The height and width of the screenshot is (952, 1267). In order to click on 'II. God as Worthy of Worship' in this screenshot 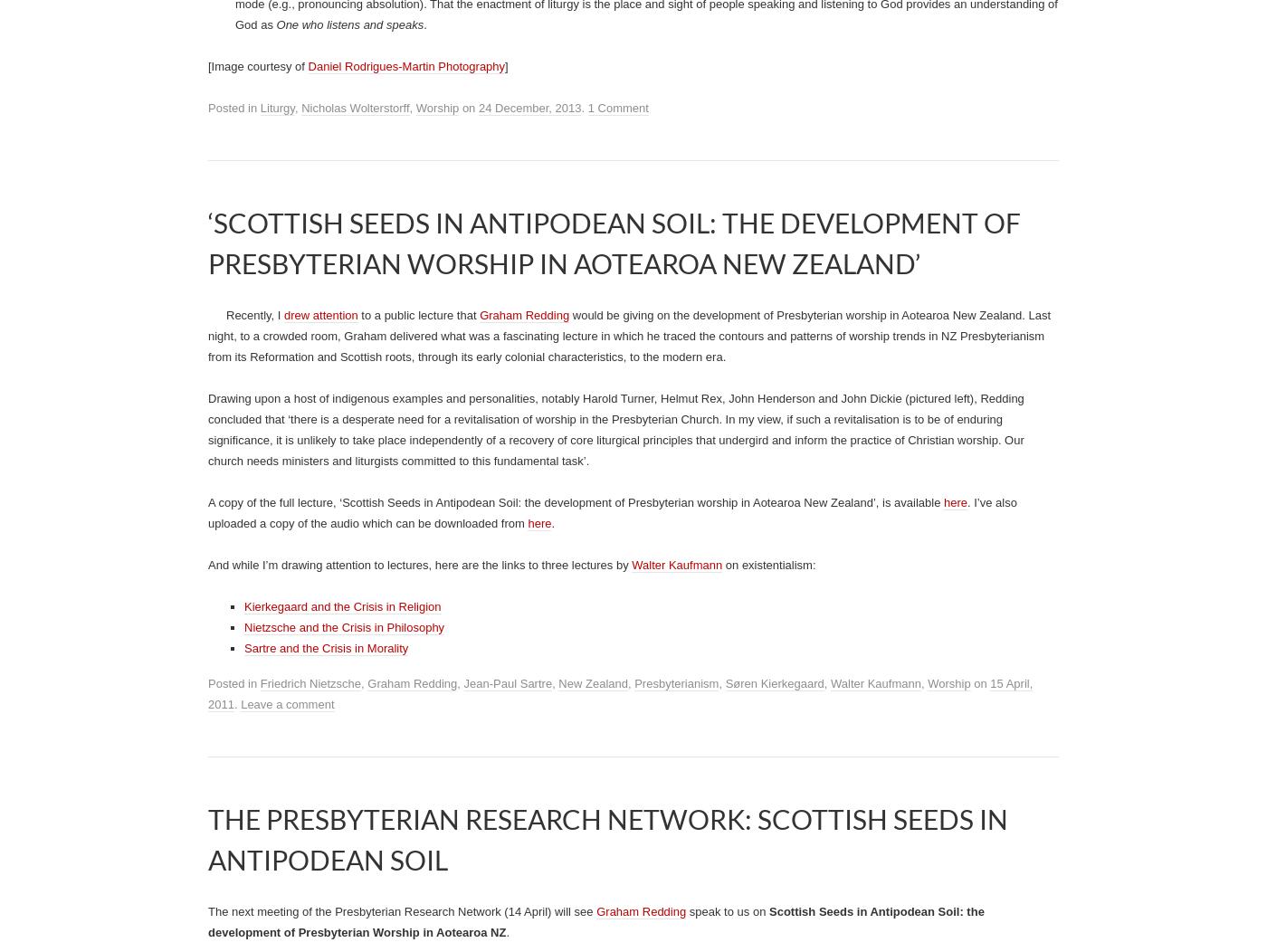, I will do `click(288, 323)`.